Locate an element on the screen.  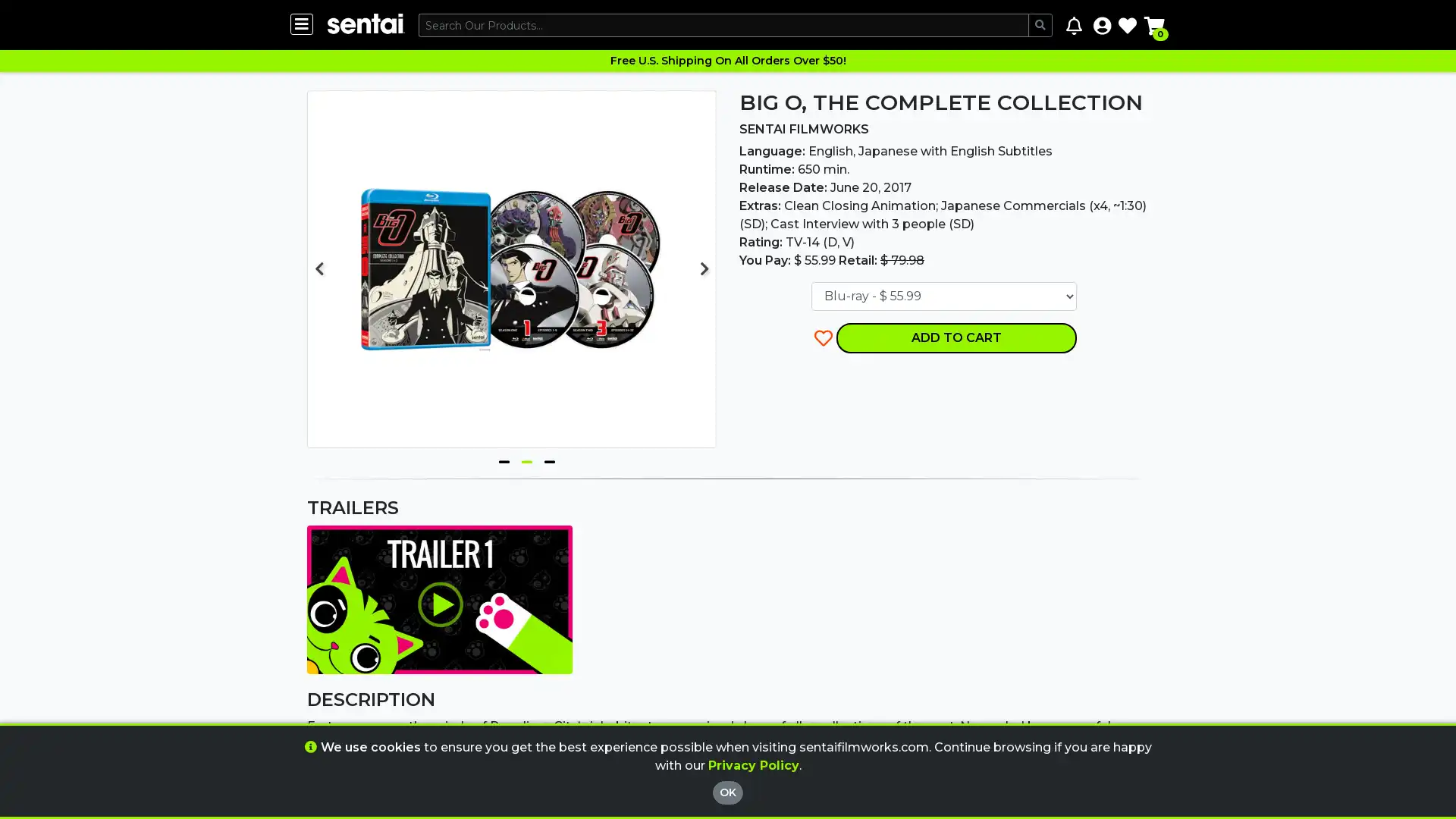
Wishlist is located at coordinates (1128, 25).